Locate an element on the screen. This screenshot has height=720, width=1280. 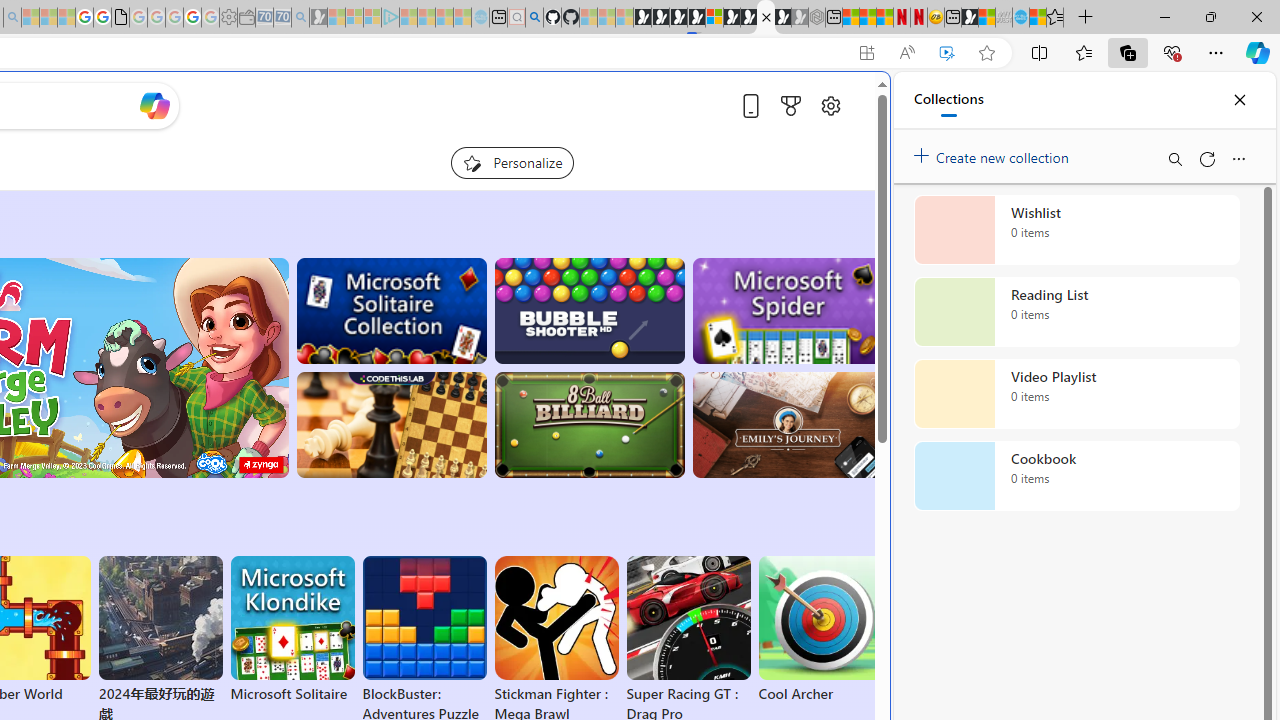
'Emily' is located at coordinates (786, 424).